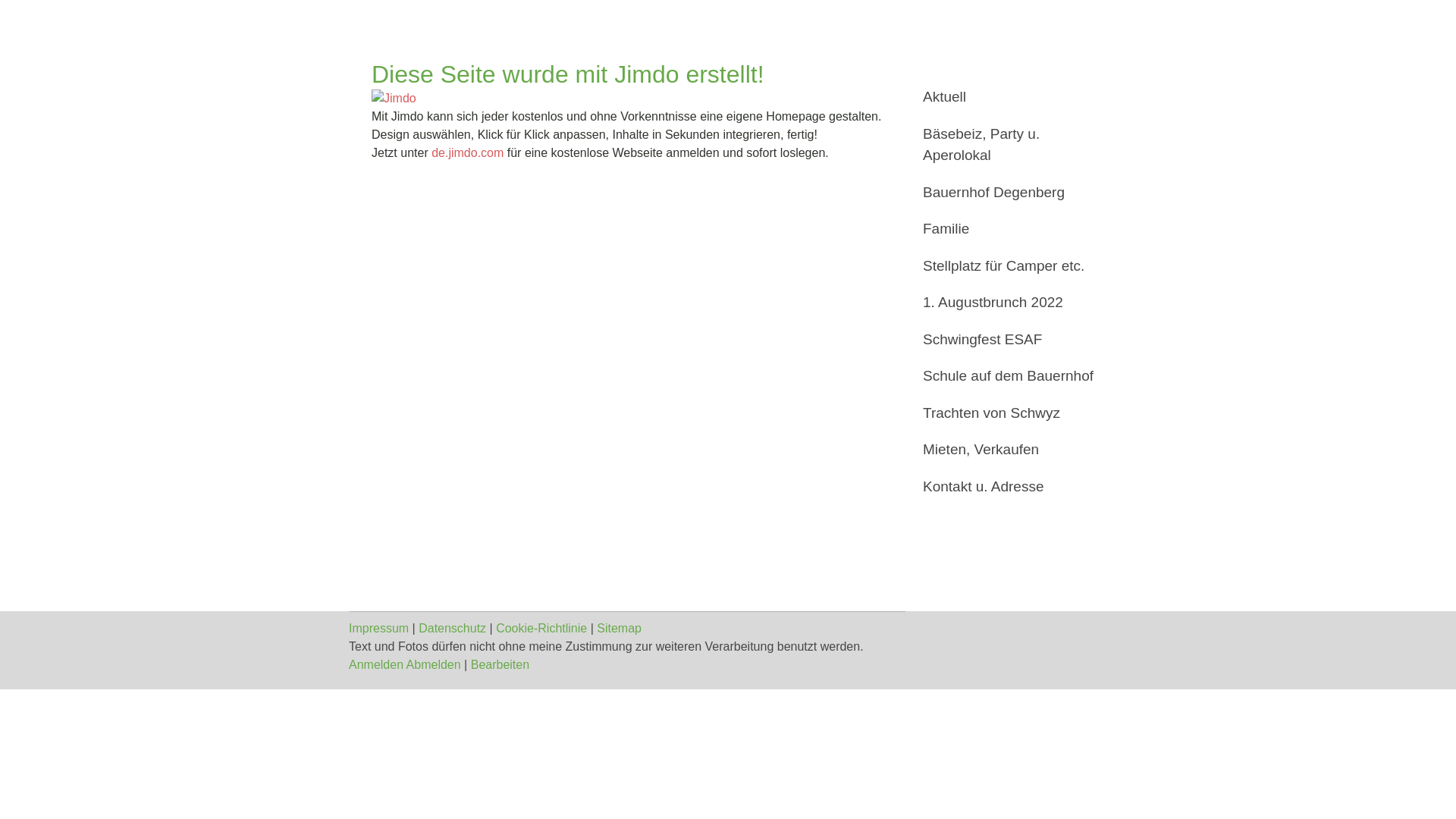 The width and height of the screenshot is (1456, 819). Describe the element at coordinates (1008, 192) in the screenshot. I see `'Bauernhof Degenberg'` at that location.